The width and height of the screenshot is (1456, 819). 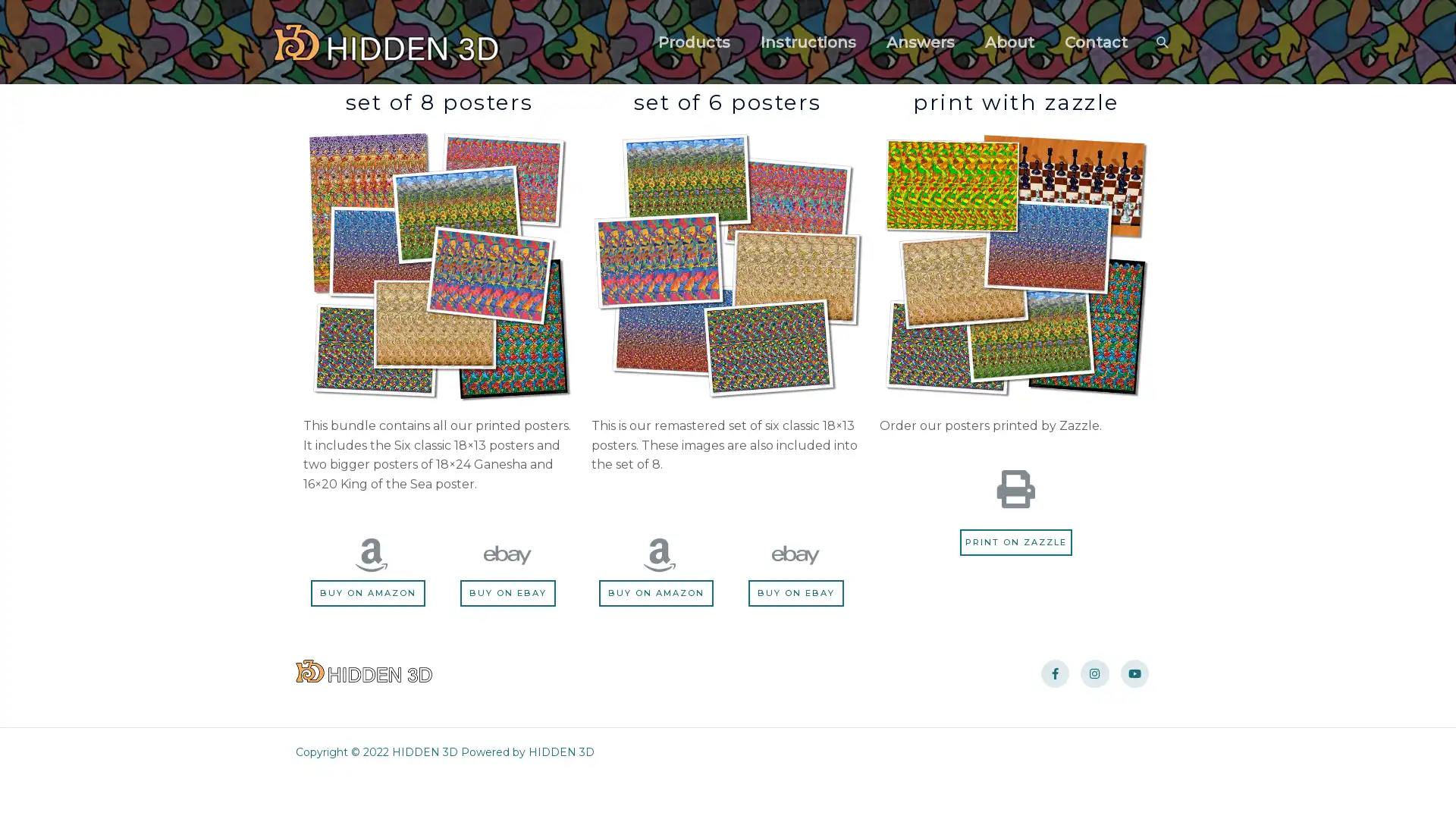 I want to click on BUY ON EBAY, so click(x=507, y=592).